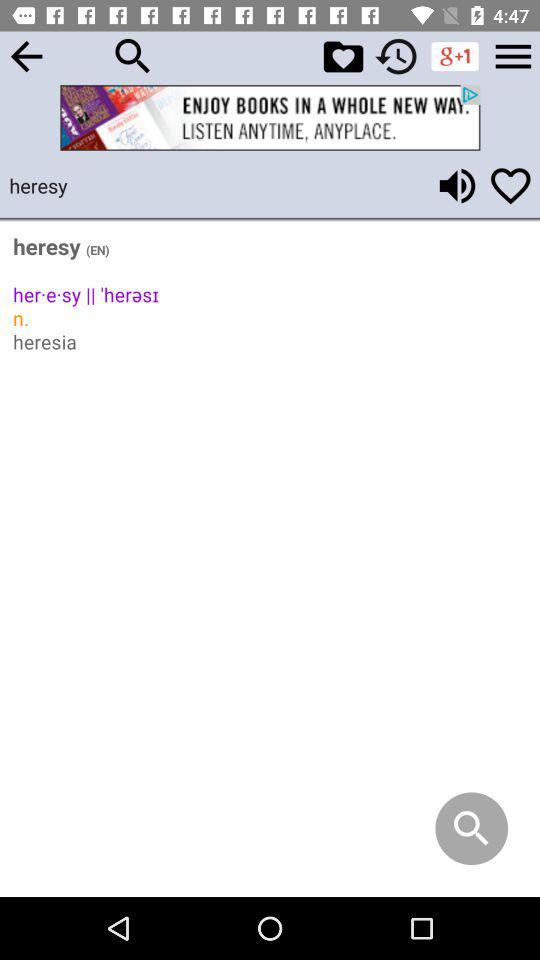 The width and height of the screenshot is (540, 960). I want to click on the favorite icon, so click(510, 185).